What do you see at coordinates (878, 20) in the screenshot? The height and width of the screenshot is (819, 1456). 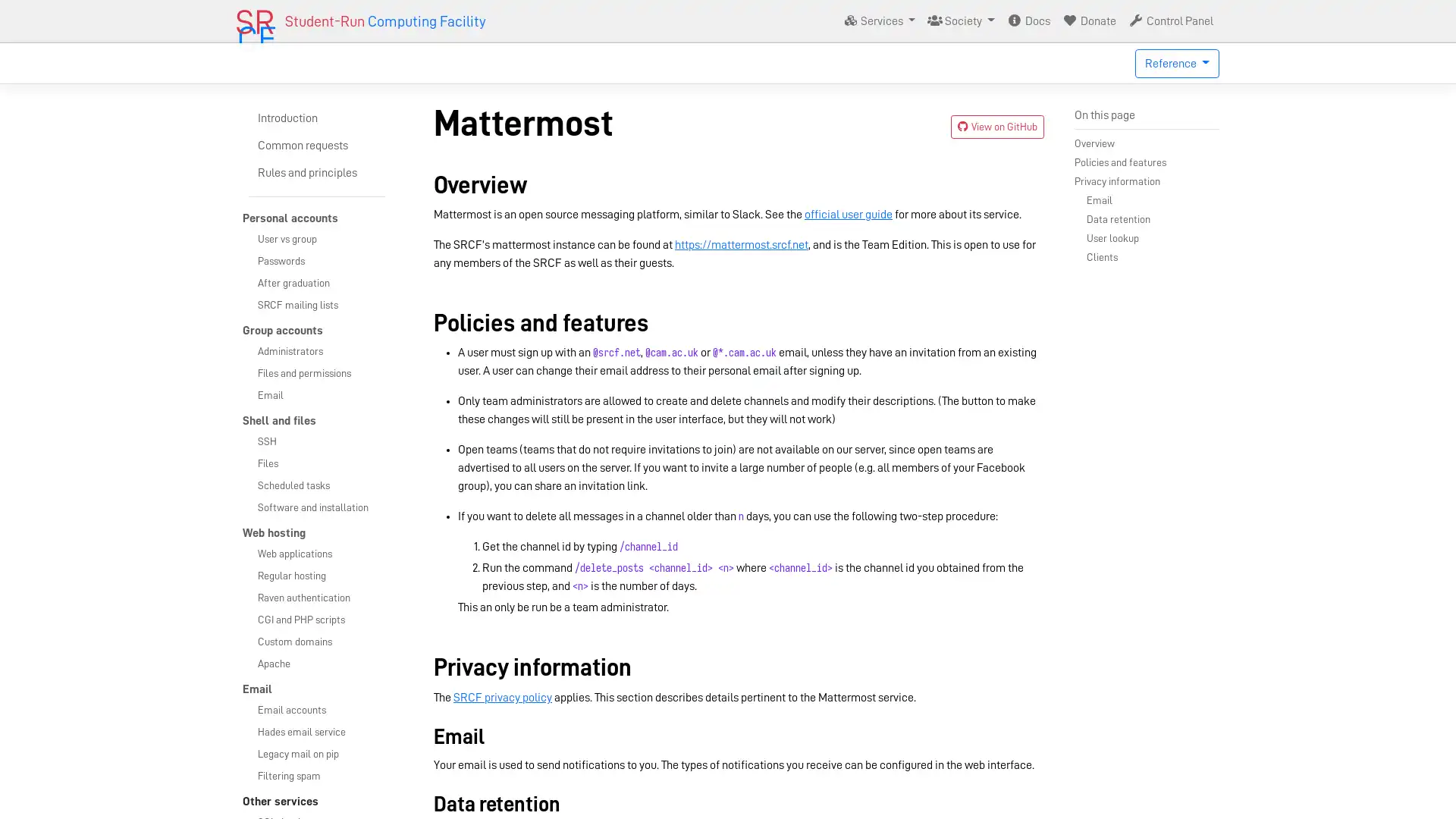 I see `Services` at bounding box center [878, 20].